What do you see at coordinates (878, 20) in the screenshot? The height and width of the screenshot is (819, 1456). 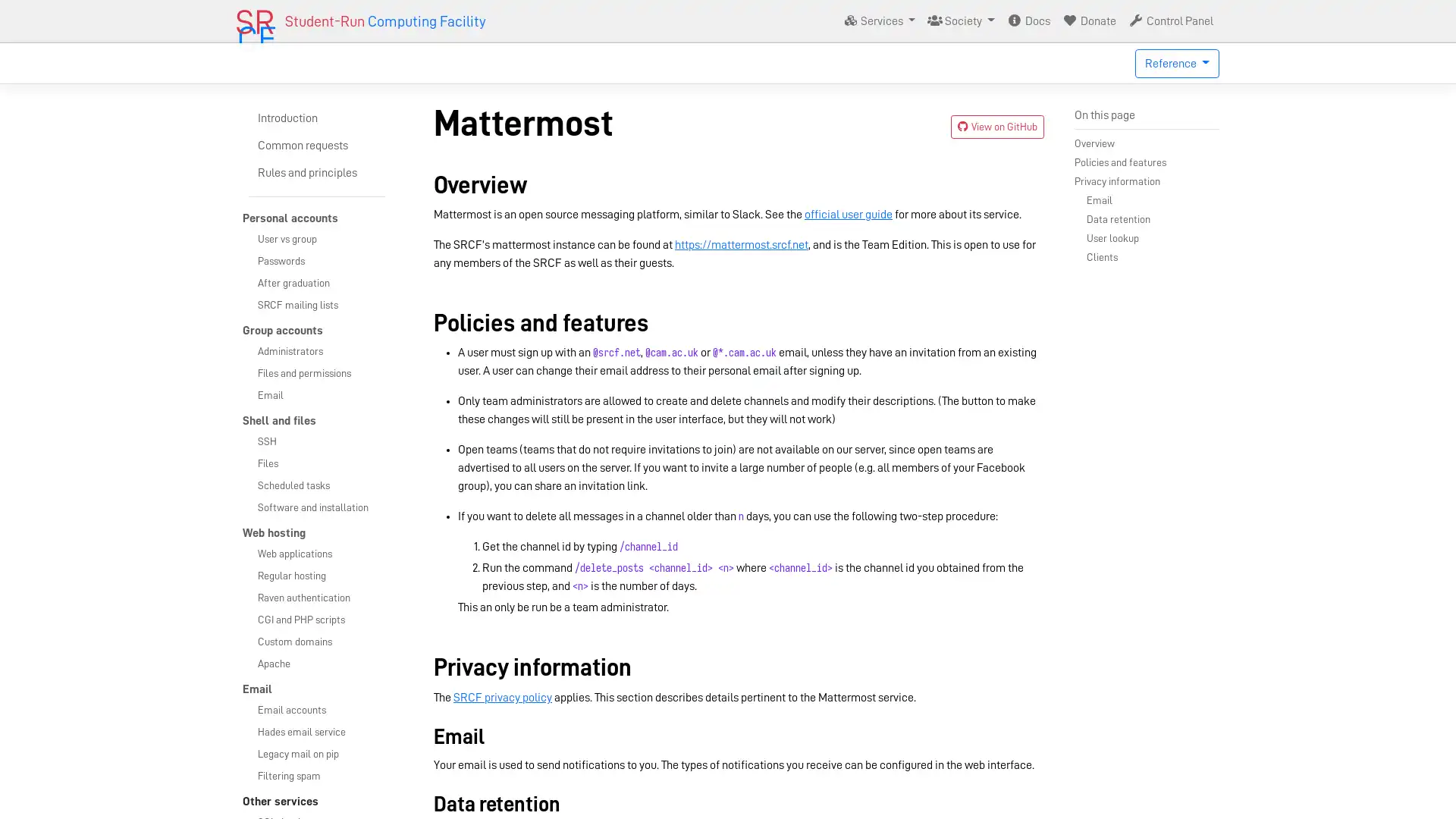 I see `Services` at bounding box center [878, 20].